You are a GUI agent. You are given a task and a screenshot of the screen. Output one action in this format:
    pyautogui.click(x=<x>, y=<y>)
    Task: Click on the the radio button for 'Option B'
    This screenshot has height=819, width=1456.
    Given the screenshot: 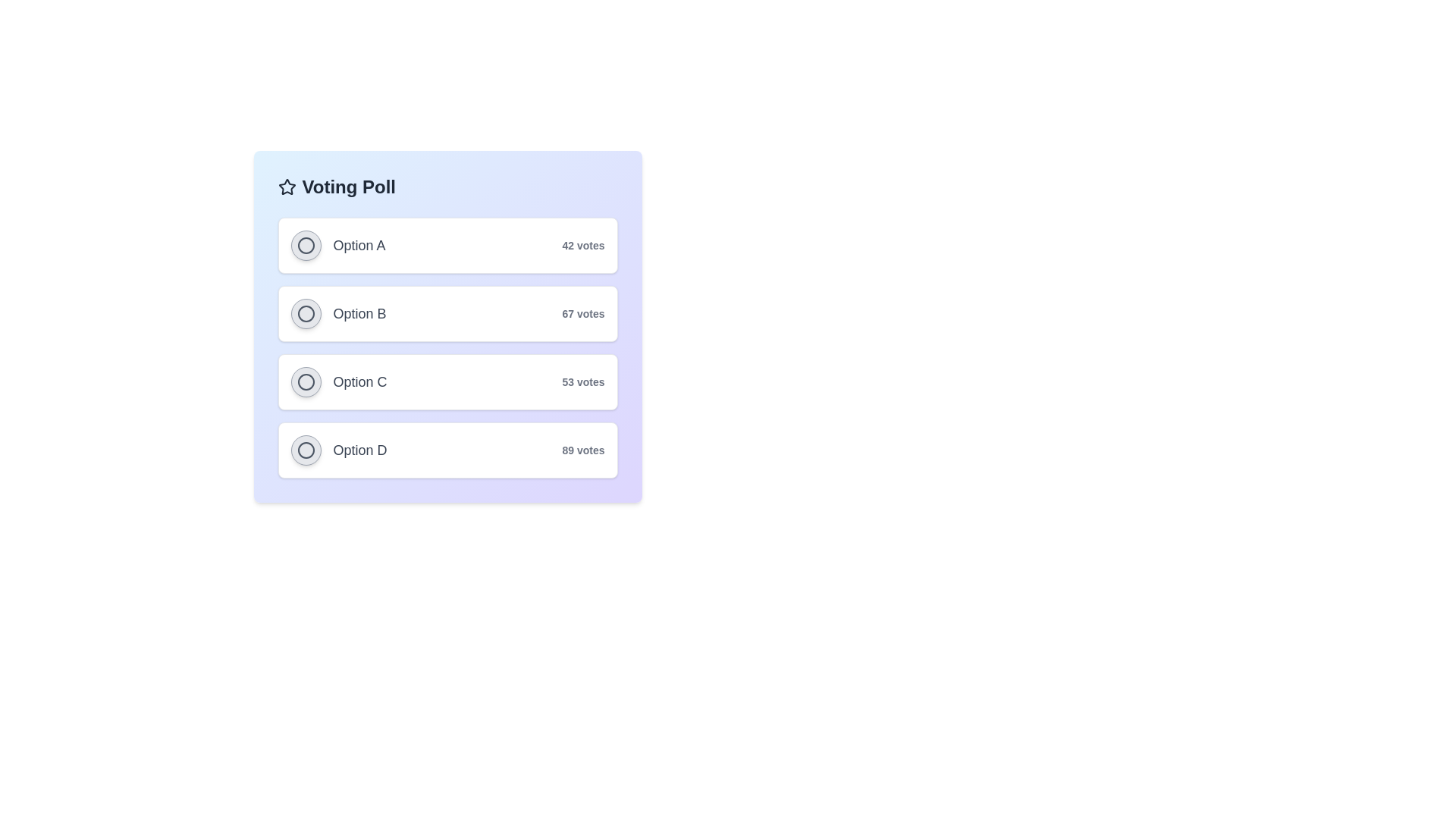 What is the action you would take?
    pyautogui.click(x=305, y=312)
    